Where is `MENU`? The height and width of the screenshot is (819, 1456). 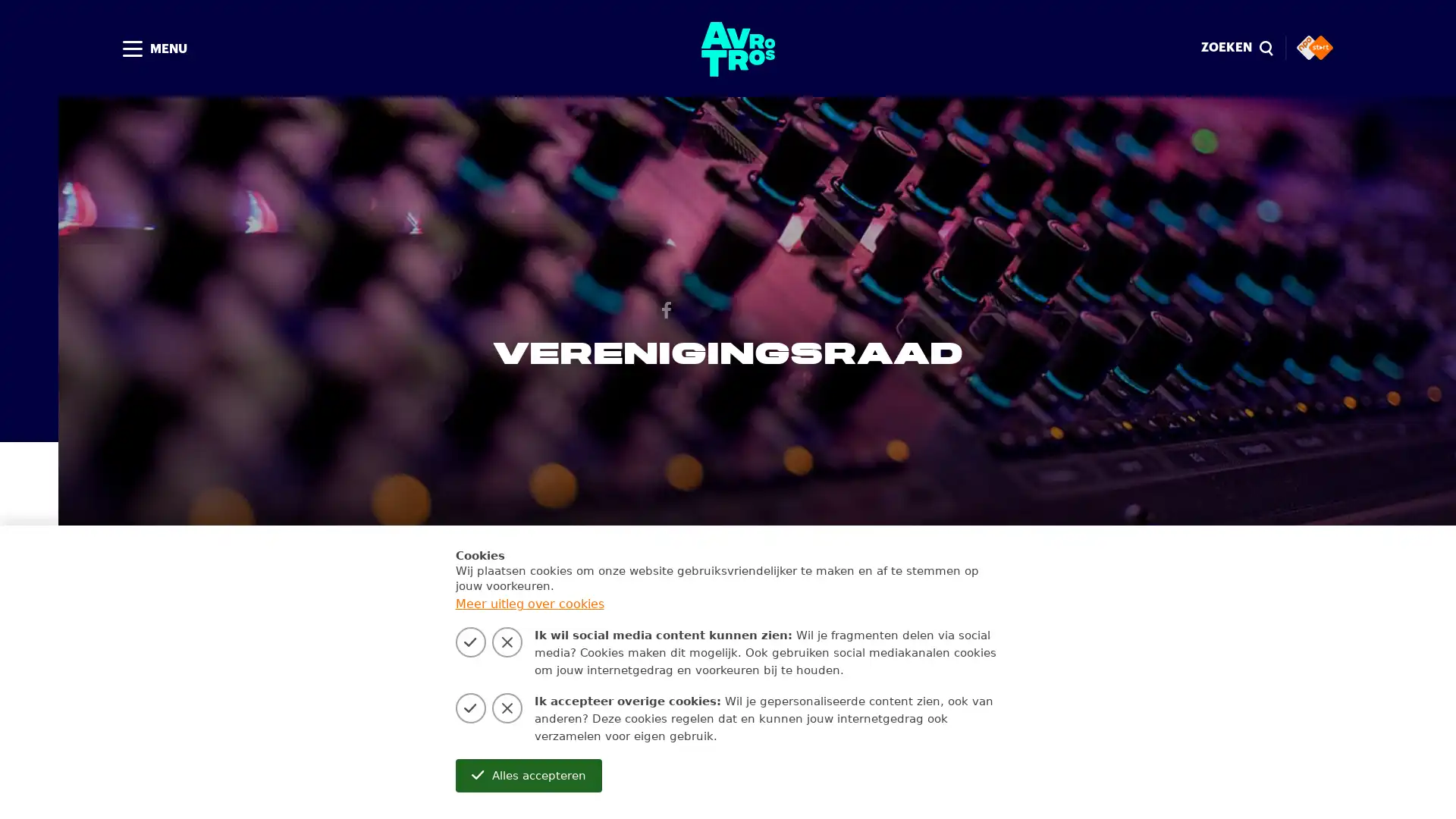 MENU is located at coordinates (153, 48).